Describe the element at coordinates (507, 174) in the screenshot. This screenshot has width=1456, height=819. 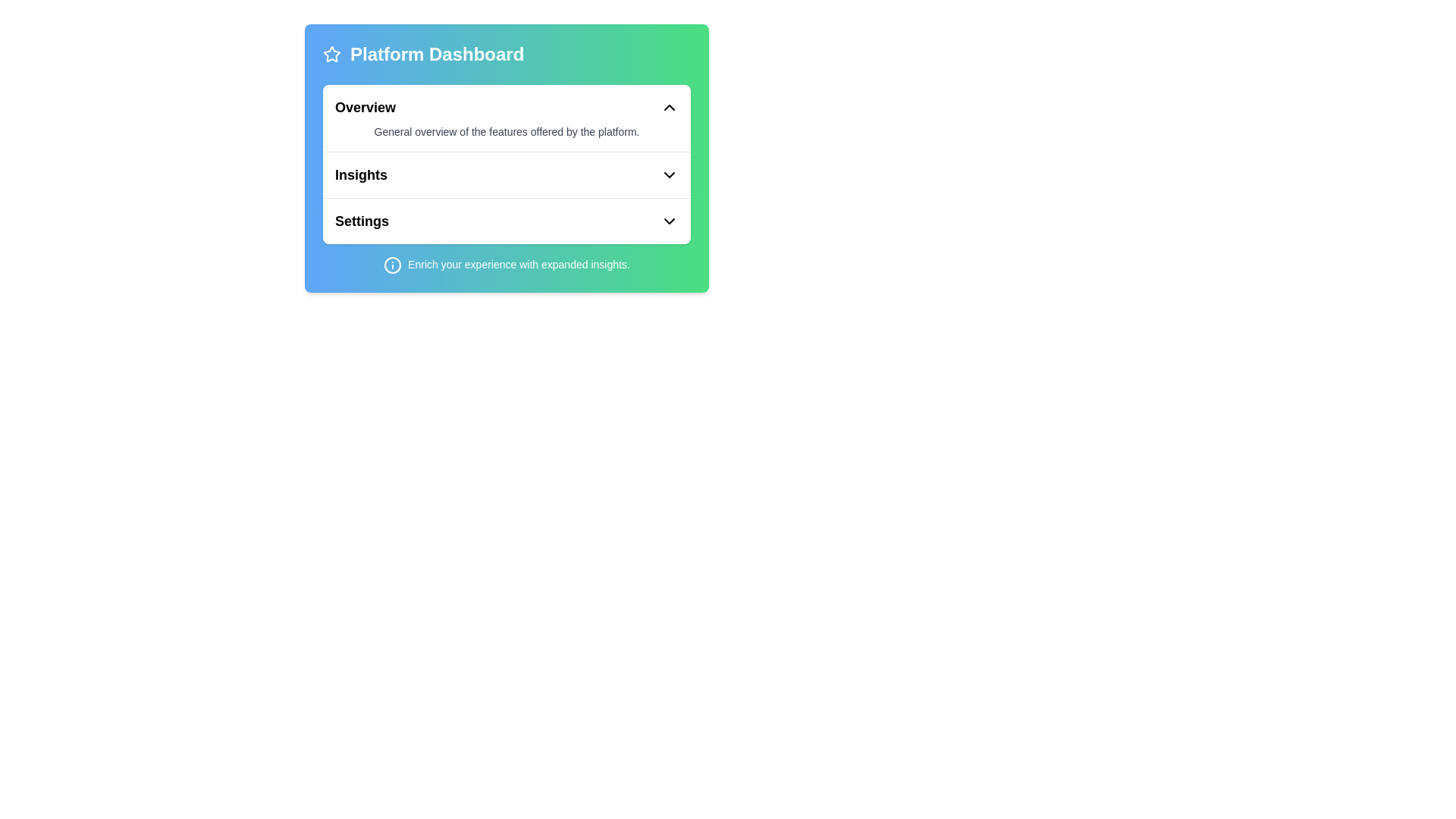
I see `the Collapsible section heading located between the 'Overview' and 'Settings' items` at that location.